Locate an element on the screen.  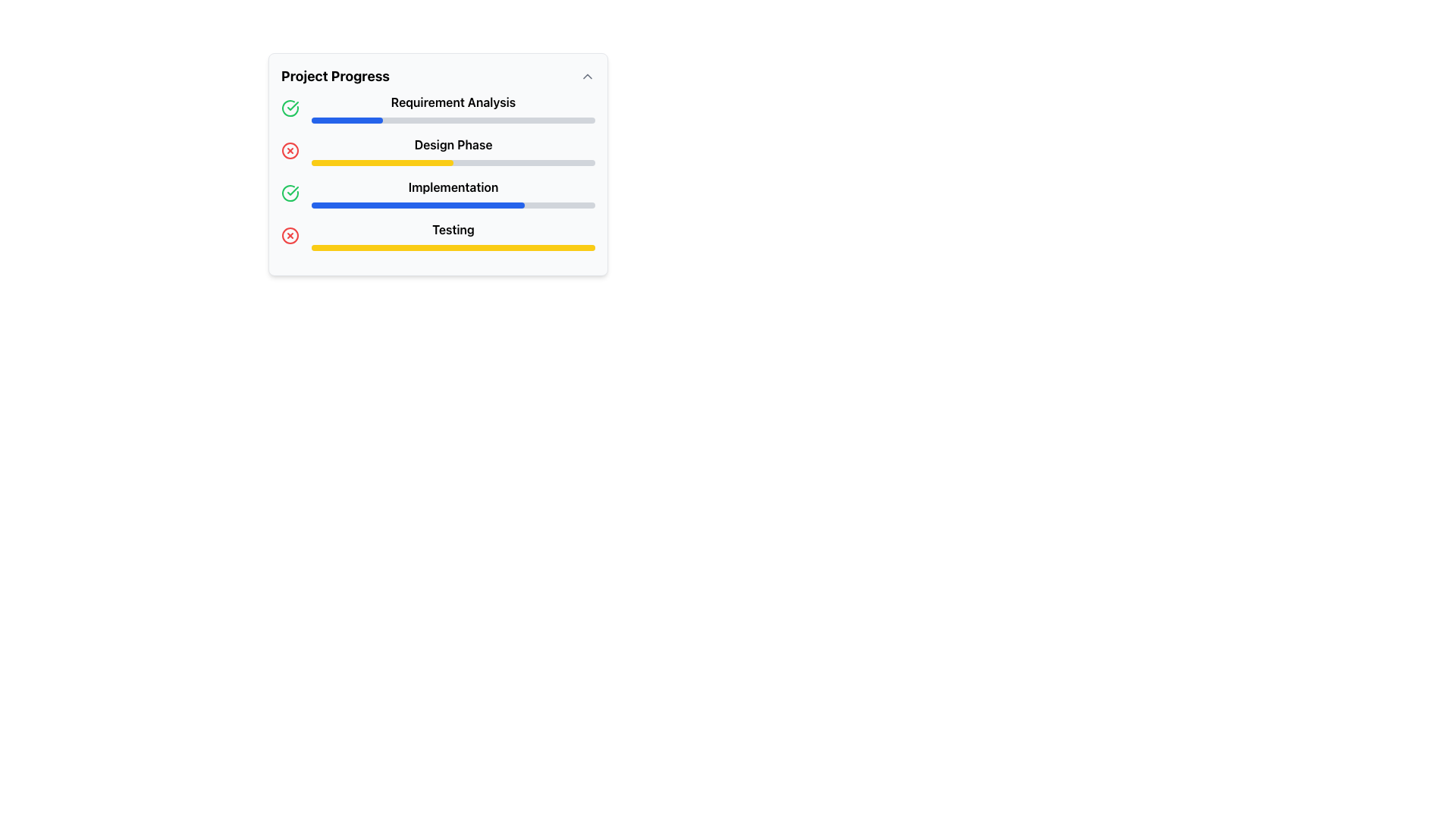
the 'Design Phase' text label in the progress tracker interface, which is located between the 'Requirement Analysis' and 'Implementation' labels and is aligned with the progress bars is located at coordinates (453, 145).